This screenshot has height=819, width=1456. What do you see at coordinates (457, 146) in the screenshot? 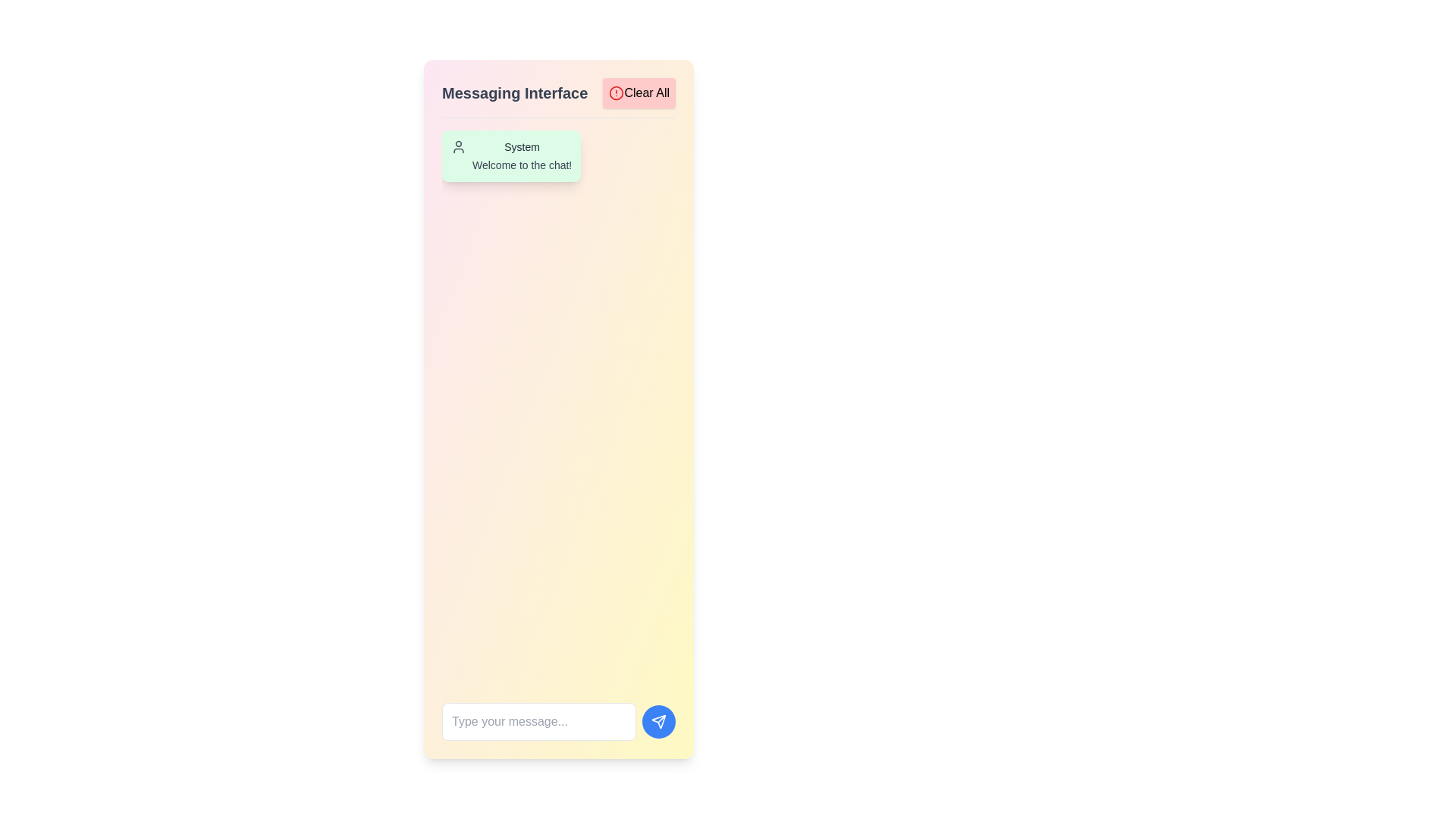
I see `the user icon located in the top-left corner of the light green notification, adjacent to the text 'System' and above 'Welcome to the chat!'` at bounding box center [457, 146].